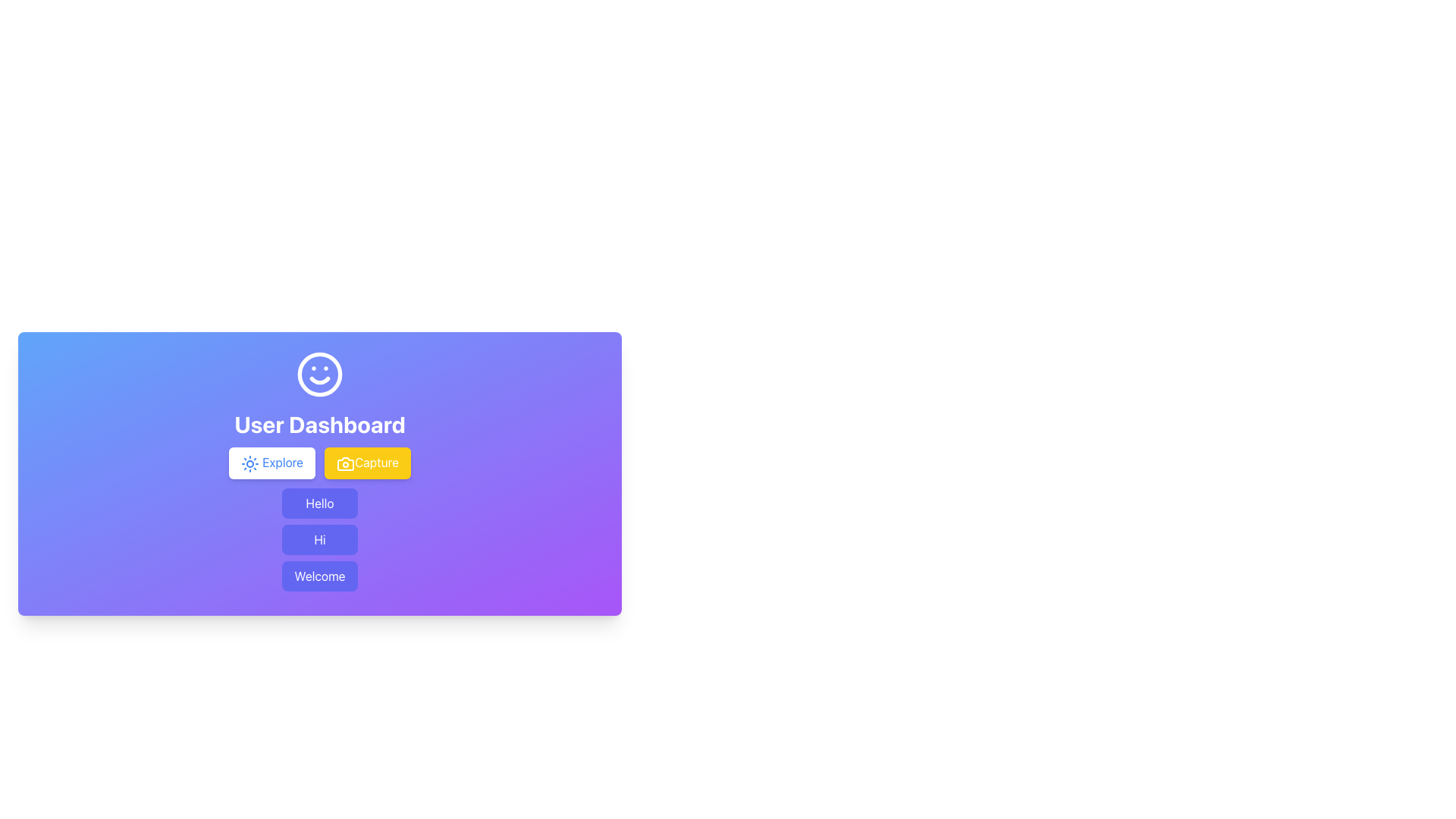  I want to click on text label 'User Dashboard' which is a bold, large white font situated vertically centered above the buttons 'Explore' and 'Capture', so click(319, 424).